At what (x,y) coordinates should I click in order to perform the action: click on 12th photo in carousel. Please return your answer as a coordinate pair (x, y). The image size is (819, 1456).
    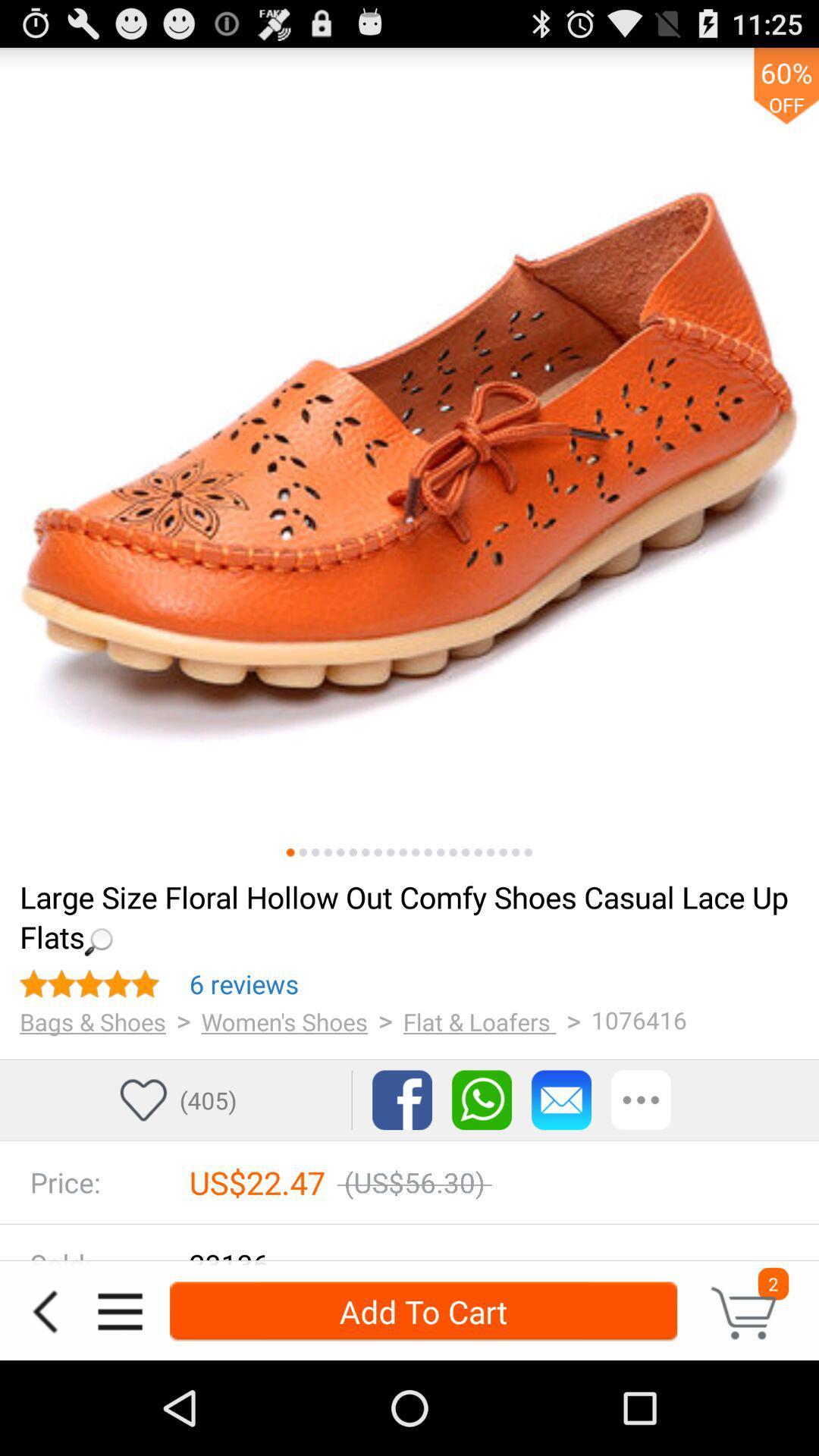
    Looking at the image, I should click on (428, 852).